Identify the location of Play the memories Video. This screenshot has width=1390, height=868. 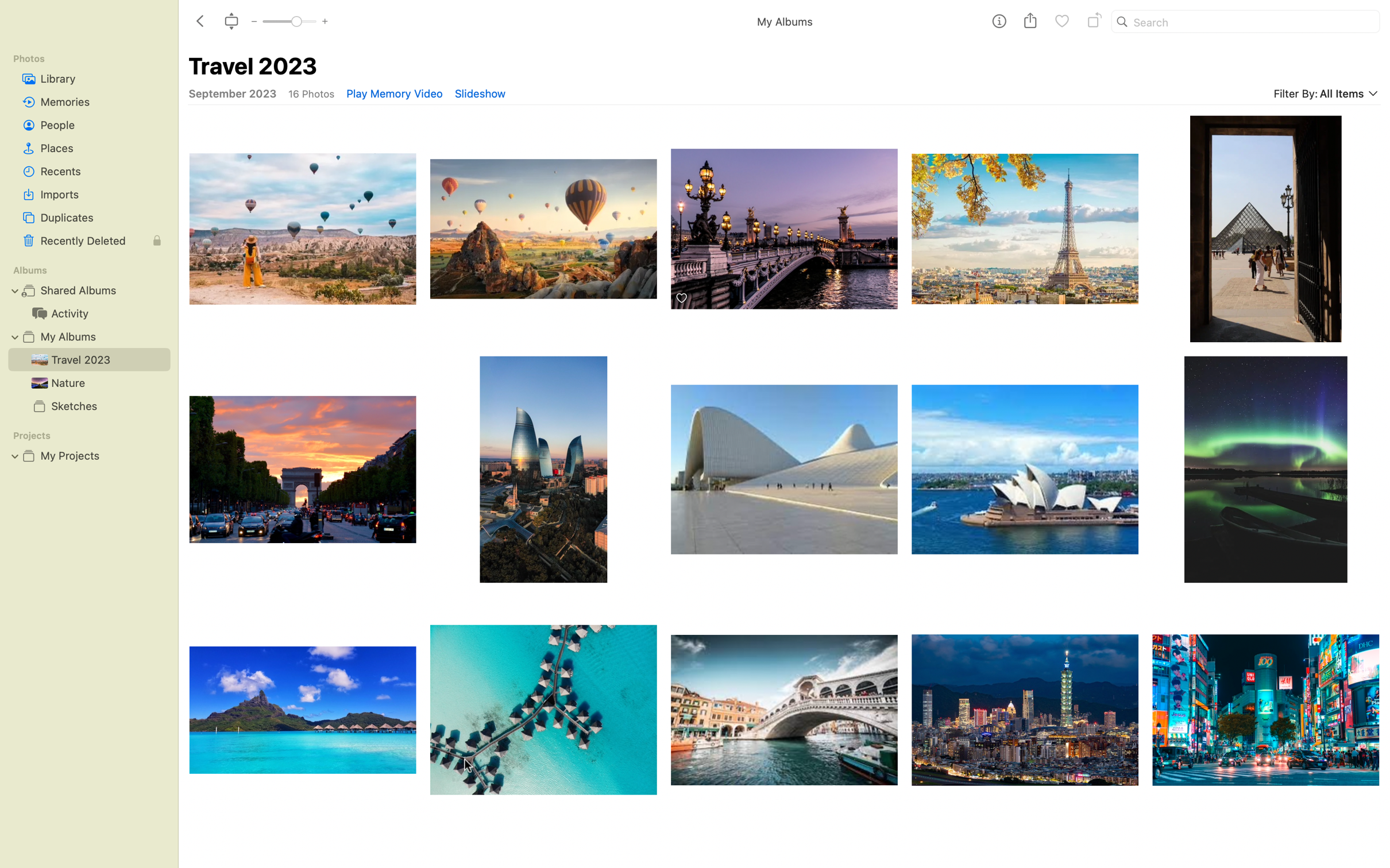
(393, 93).